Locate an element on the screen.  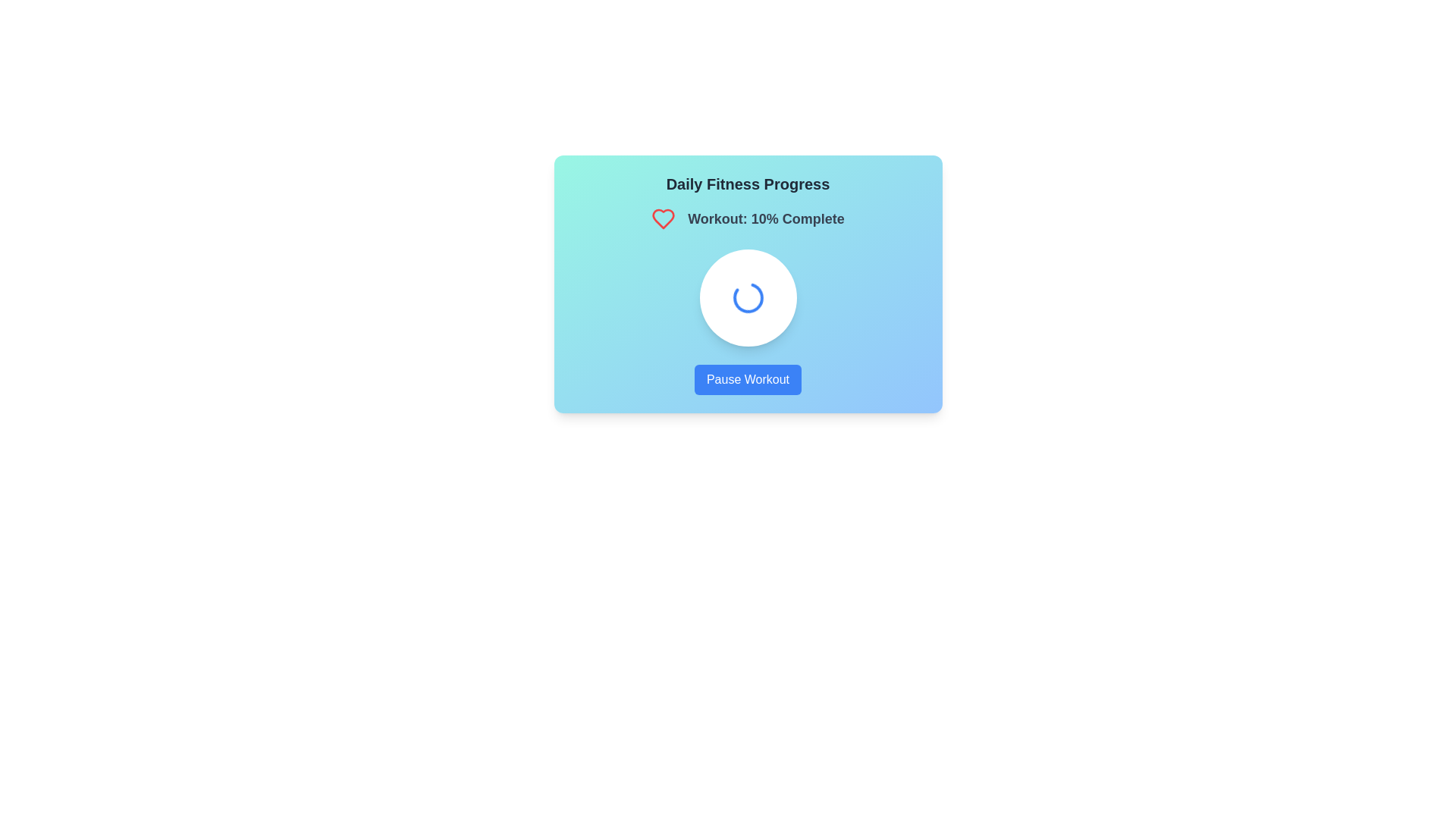
the header displaying 'Daily Fitness Progress' at the top center of the card layout is located at coordinates (748, 184).